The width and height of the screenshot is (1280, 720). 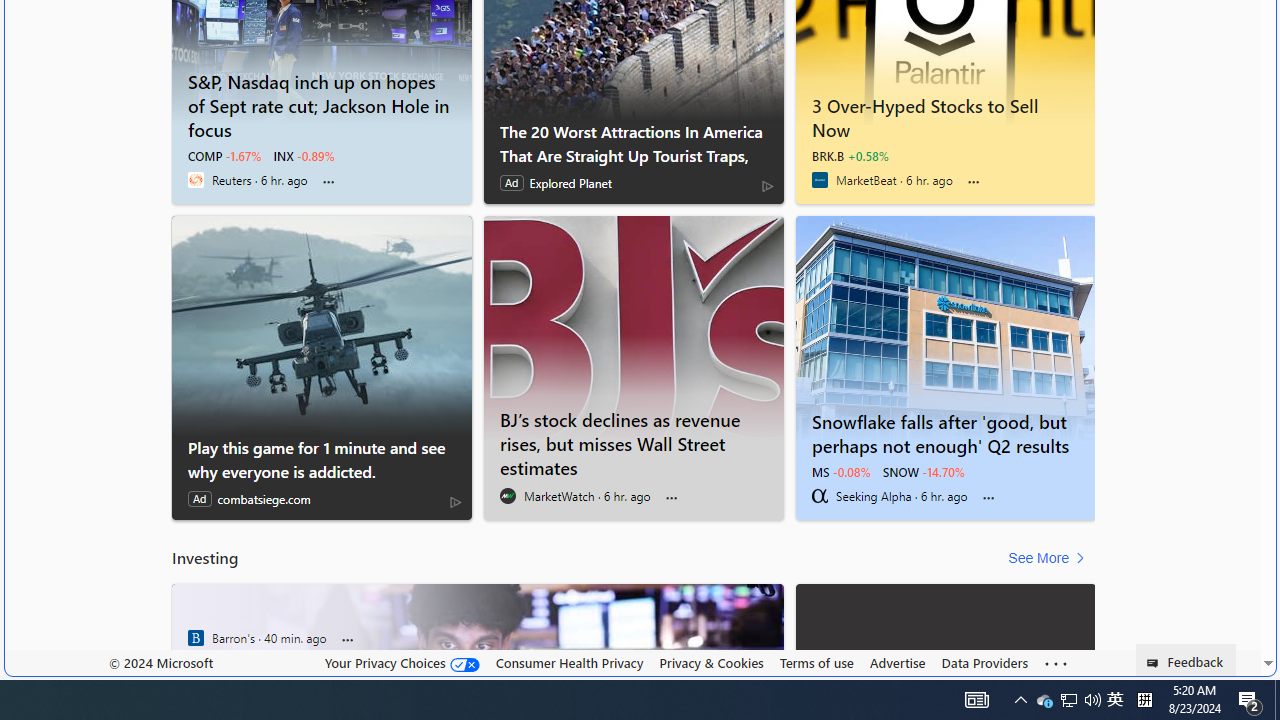 I want to click on 'Barron', so click(x=195, y=637).